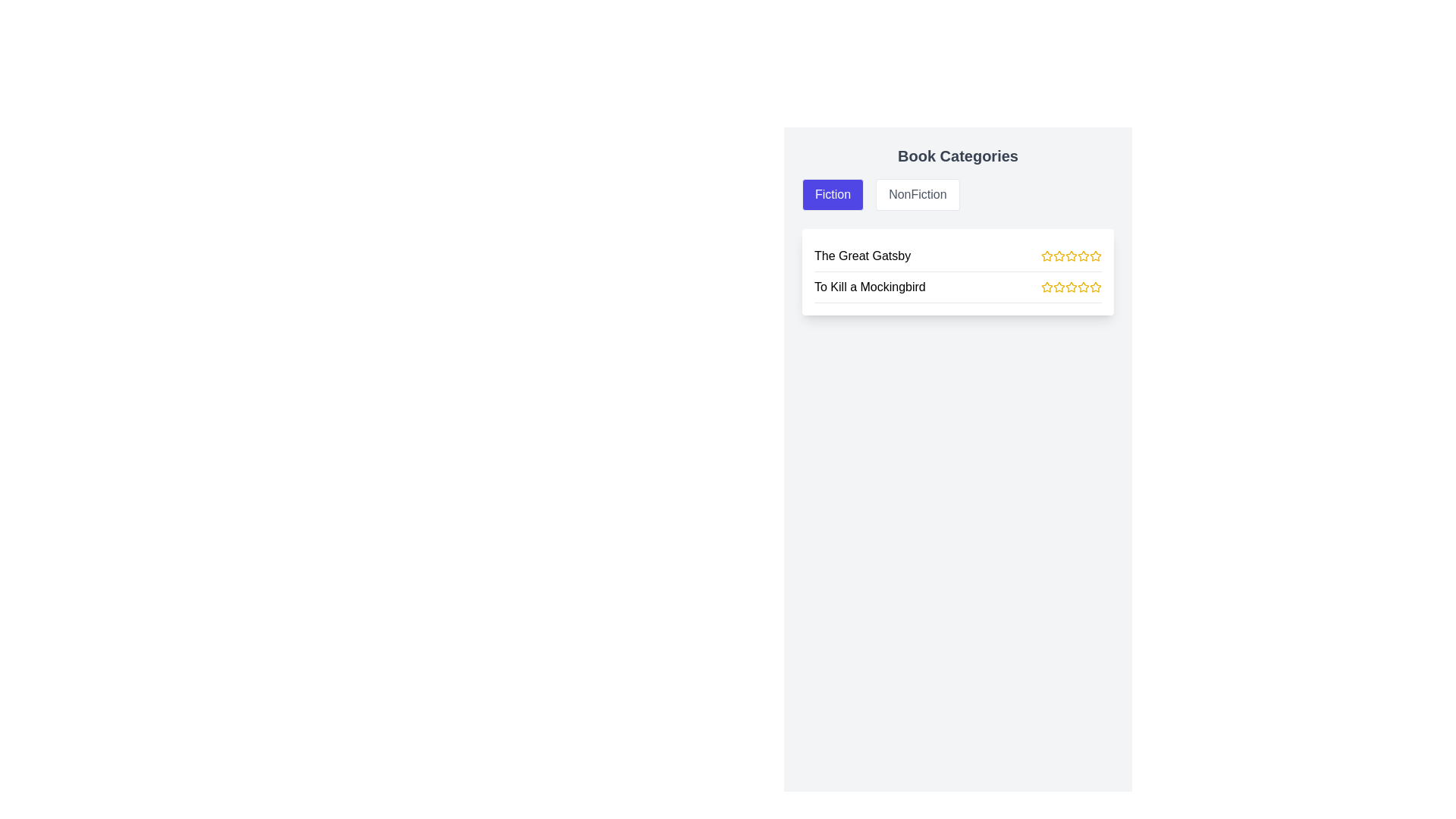 The width and height of the screenshot is (1456, 819). What do you see at coordinates (1070, 256) in the screenshot?
I see `the third star icon in the 5-star rating system for 'The Great Gatsby'` at bounding box center [1070, 256].